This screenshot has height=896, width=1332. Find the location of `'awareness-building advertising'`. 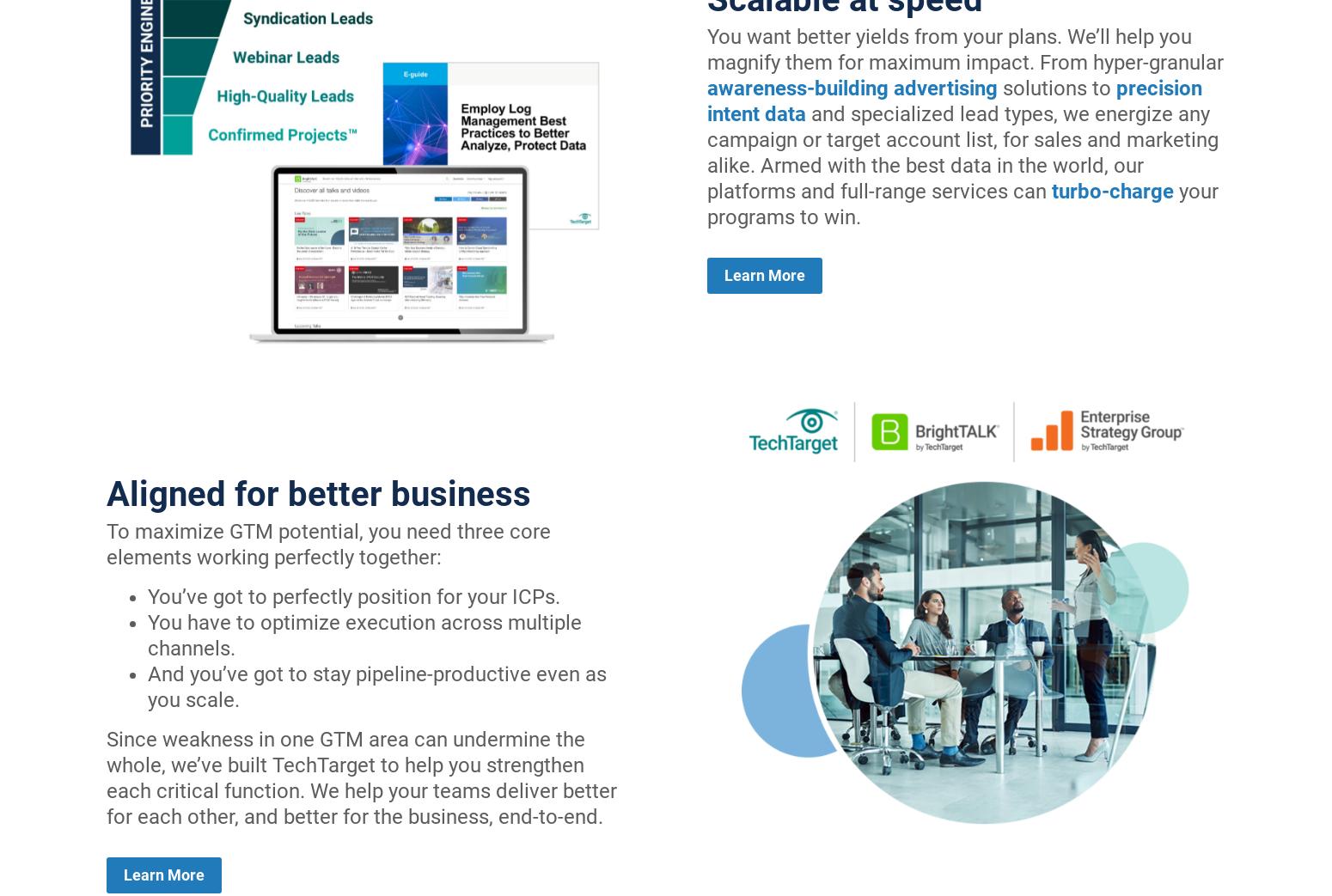

'awareness-building advertising' is located at coordinates (852, 88).